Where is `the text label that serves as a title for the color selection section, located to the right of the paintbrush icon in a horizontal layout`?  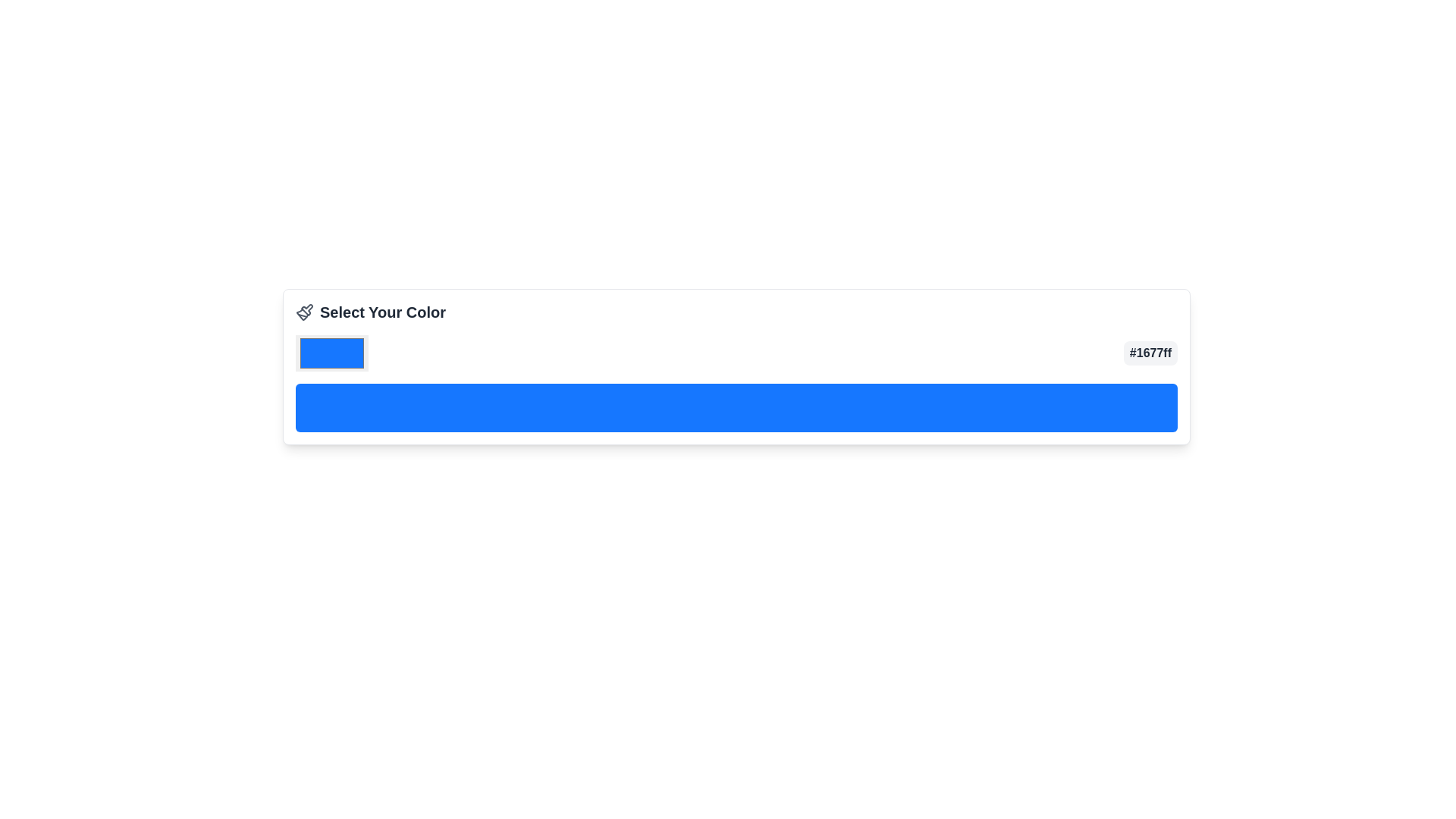 the text label that serves as a title for the color selection section, located to the right of the paintbrush icon in a horizontal layout is located at coordinates (382, 312).